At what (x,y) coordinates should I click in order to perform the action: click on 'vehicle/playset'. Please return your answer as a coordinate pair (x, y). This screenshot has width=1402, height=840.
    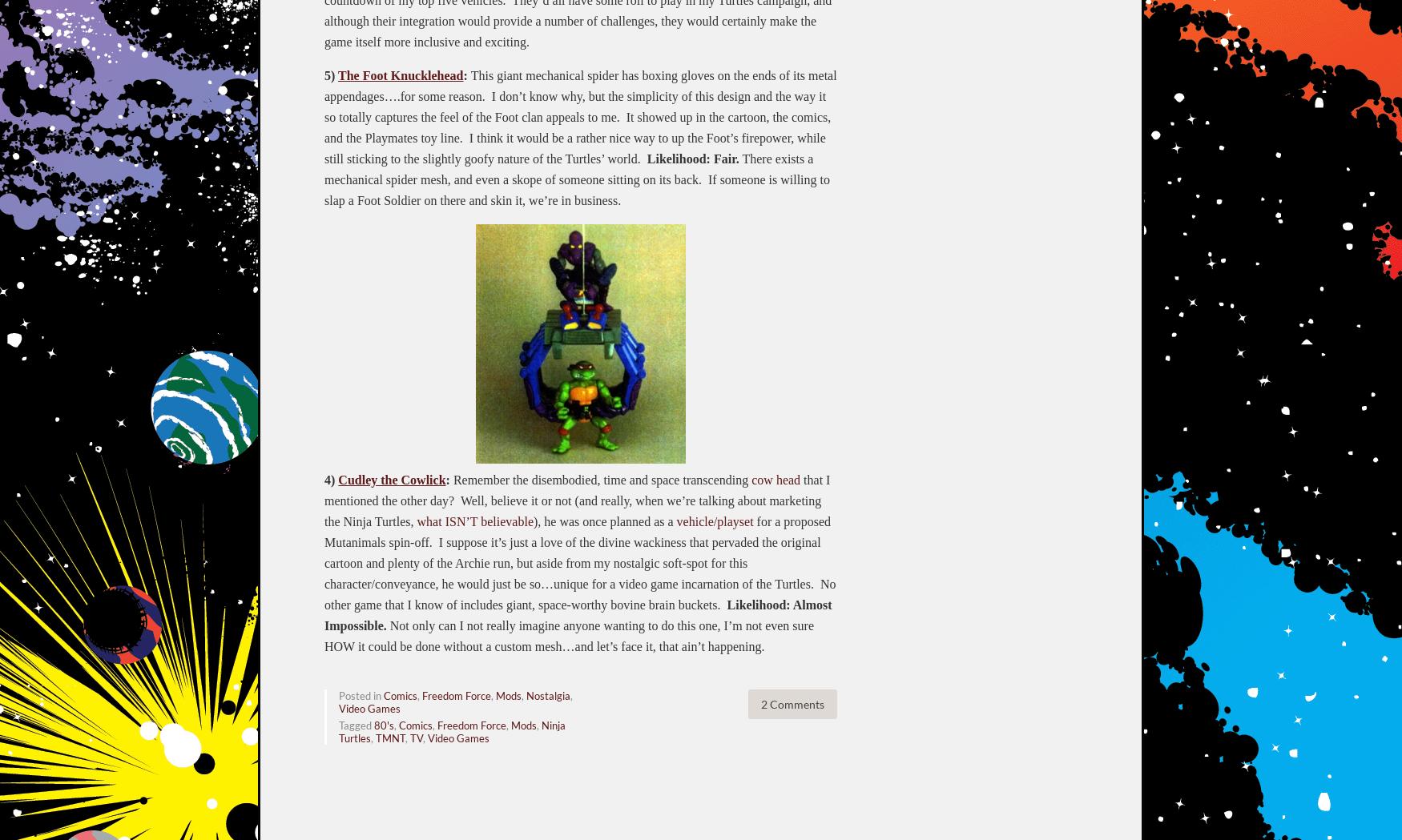
    Looking at the image, I should click on (713, 520).